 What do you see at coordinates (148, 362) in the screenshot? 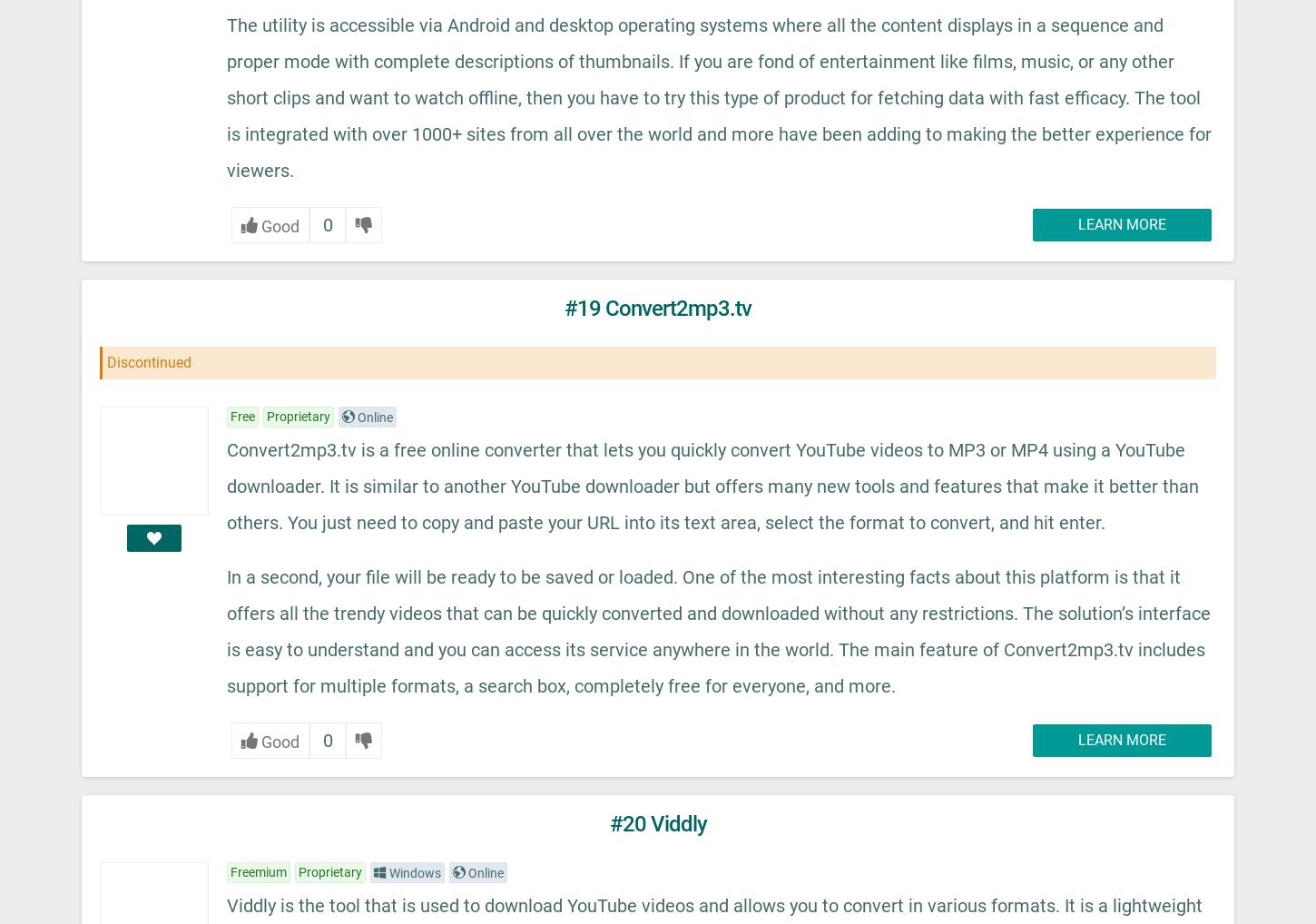
I see `'Discontinued'` at bounding box center [148, 362].